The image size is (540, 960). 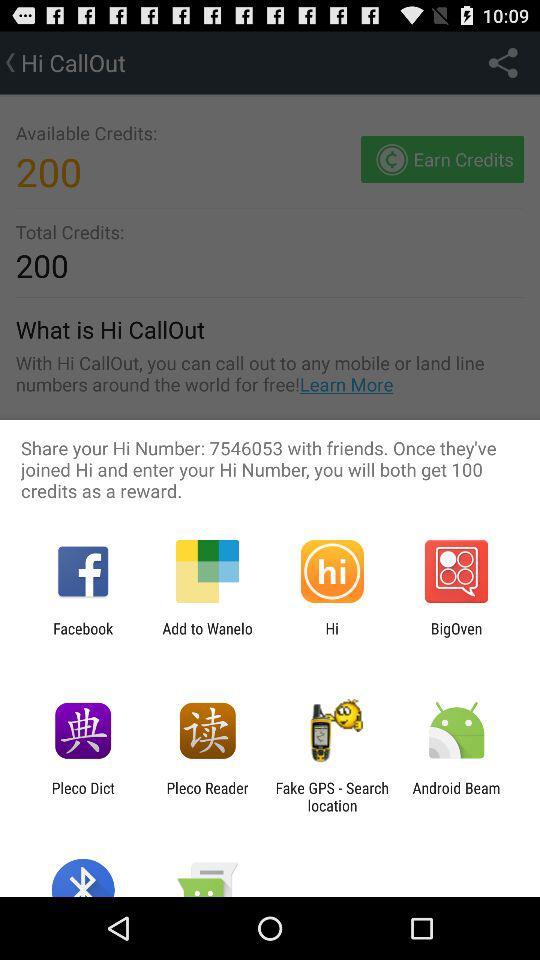 I want to click on app to the right of the facebook app, so click(x=206, y=636).